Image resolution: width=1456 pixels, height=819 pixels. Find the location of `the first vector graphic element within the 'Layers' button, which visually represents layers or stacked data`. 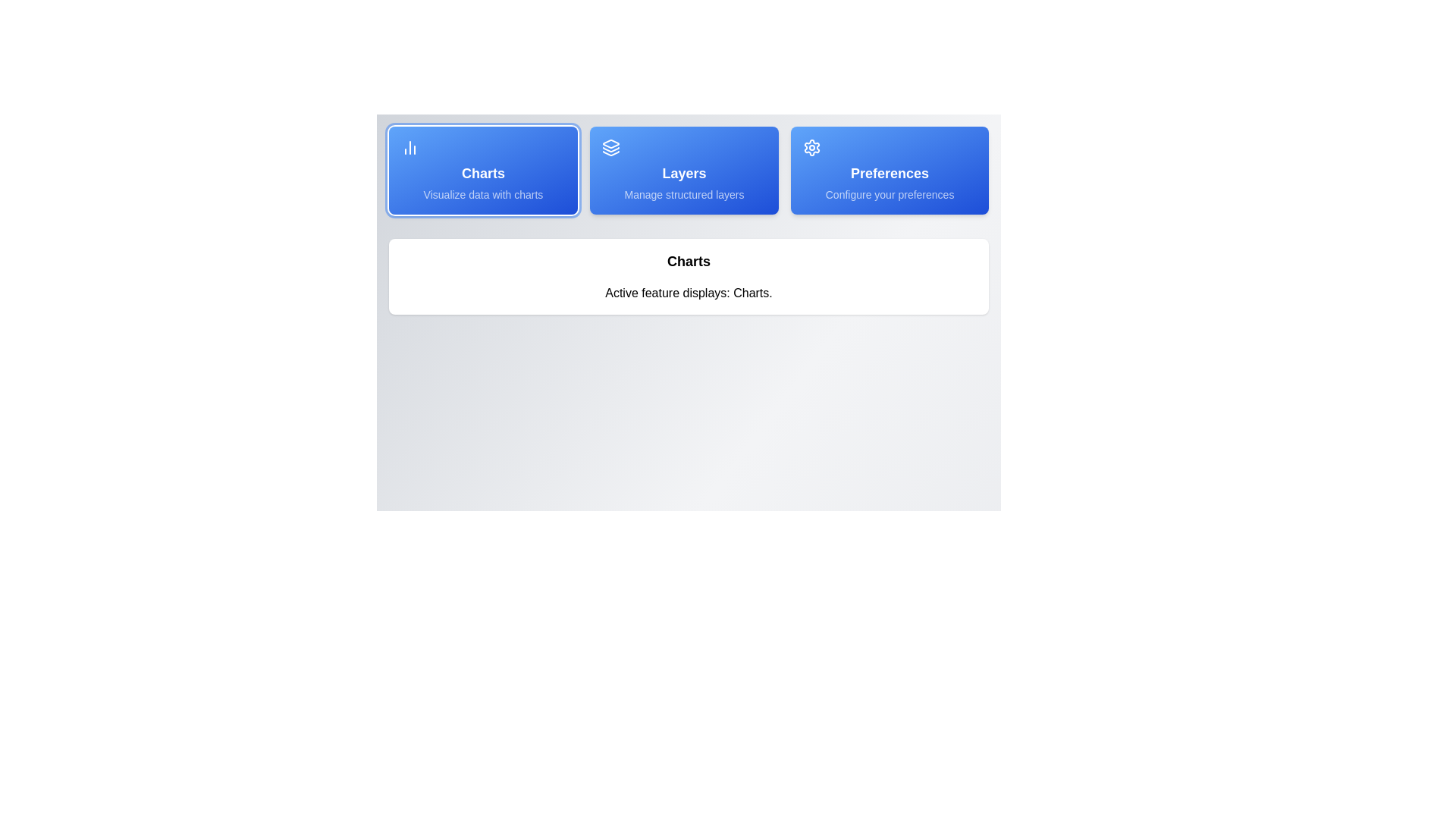

the first vector graphic element within the 'Layers' button, which visually represents layers or stacked data is located at coordinates (611, 143).